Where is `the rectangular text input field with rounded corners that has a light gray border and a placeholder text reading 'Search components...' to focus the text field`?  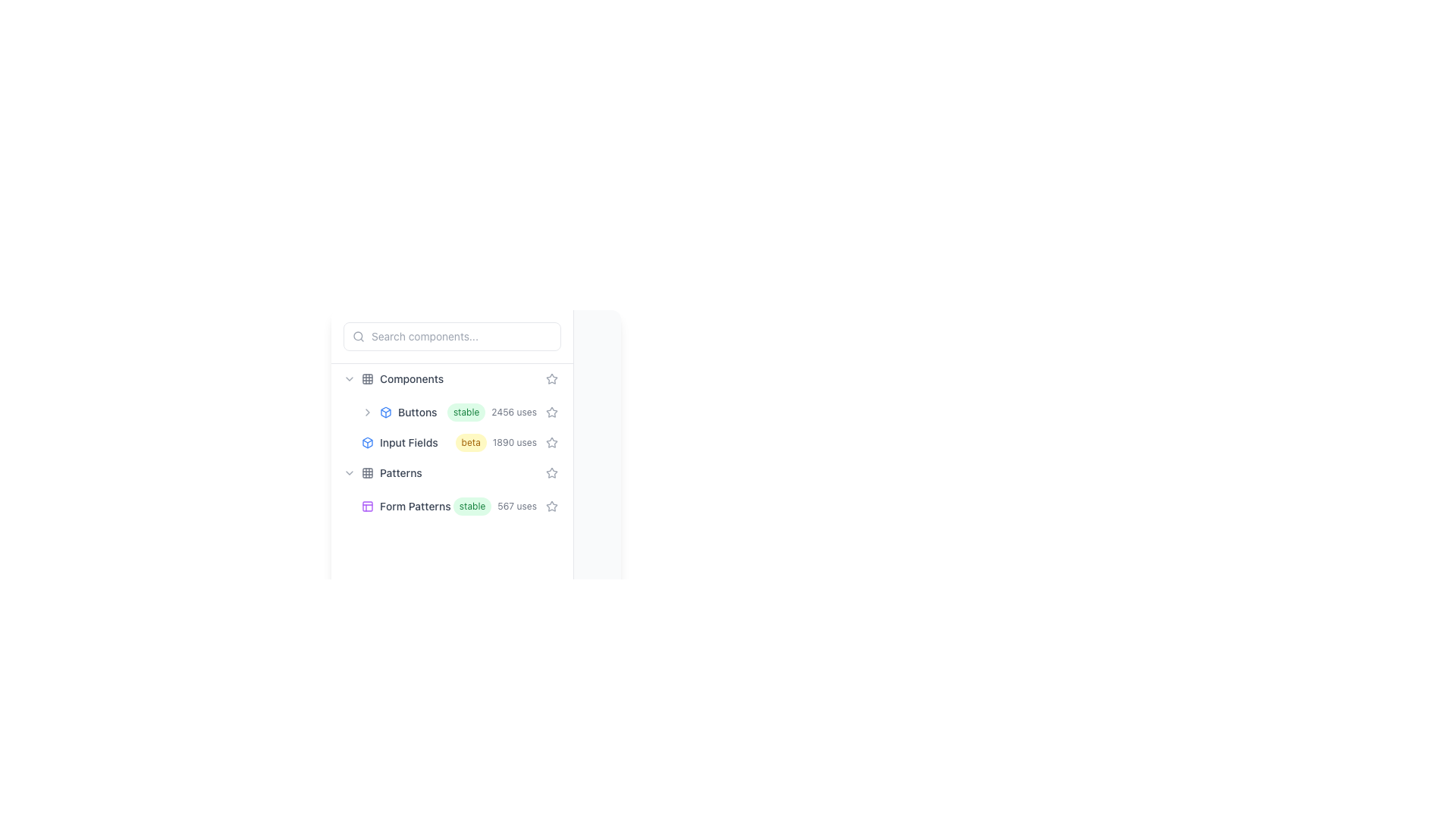
the rectangular text input field with rounded corners that has a light gray border and a placeholder text reading 'Search components...' to focus the text field is located at coordinates (451, 335).